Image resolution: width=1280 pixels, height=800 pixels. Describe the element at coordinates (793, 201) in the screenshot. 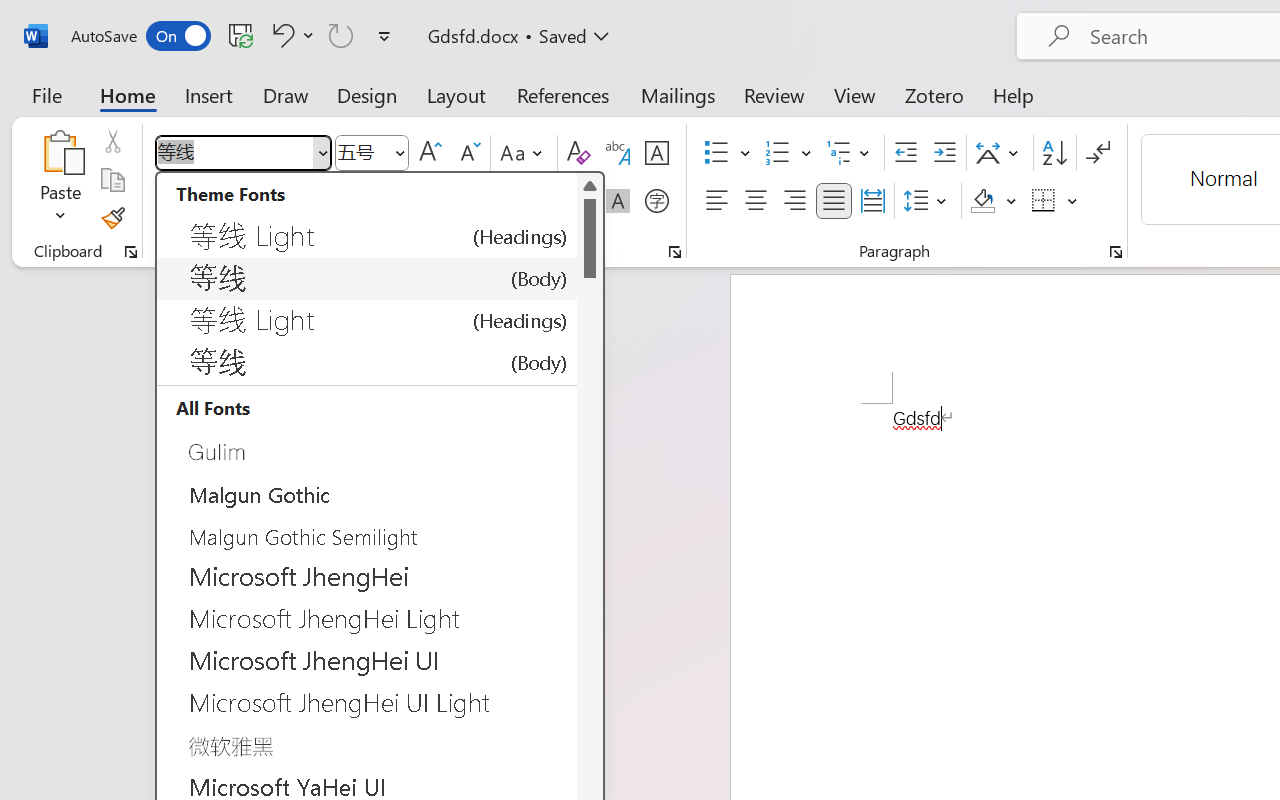

I see `'Align Right'` at that location.